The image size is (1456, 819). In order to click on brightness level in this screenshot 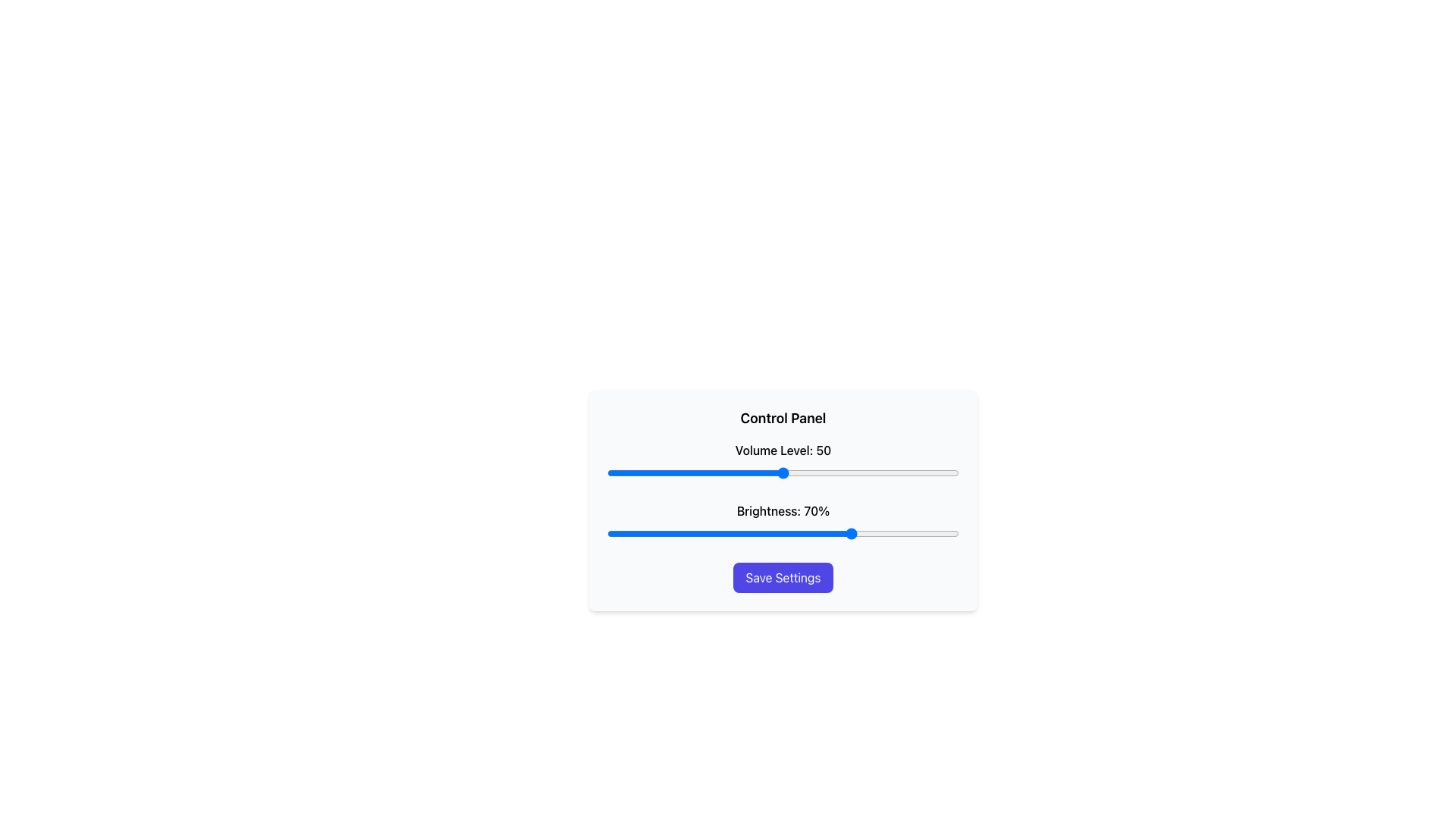, I will do `click(906, 533)`.